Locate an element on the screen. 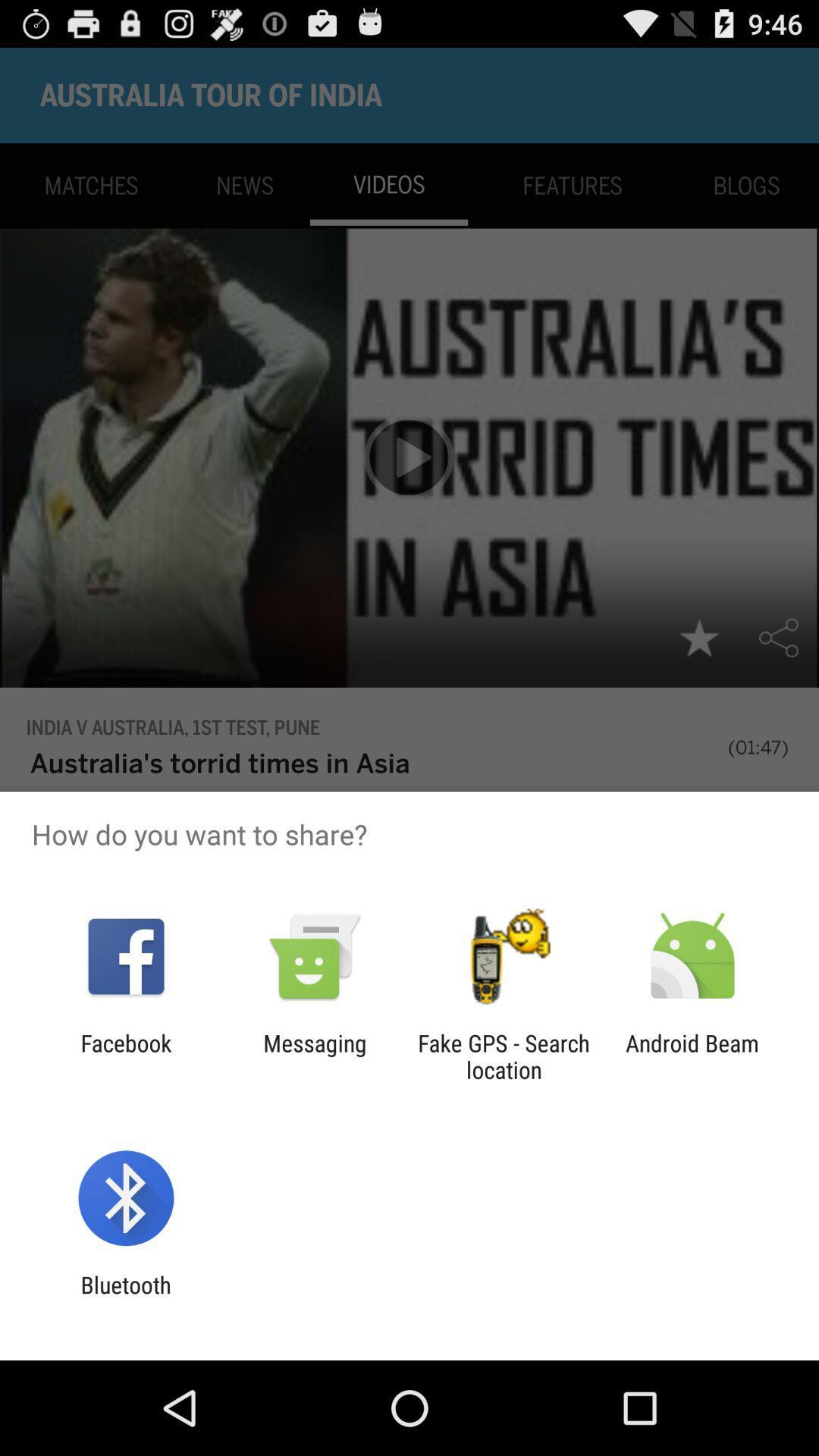  item next to fake gps search icon is located at coordinates (692, 1056).